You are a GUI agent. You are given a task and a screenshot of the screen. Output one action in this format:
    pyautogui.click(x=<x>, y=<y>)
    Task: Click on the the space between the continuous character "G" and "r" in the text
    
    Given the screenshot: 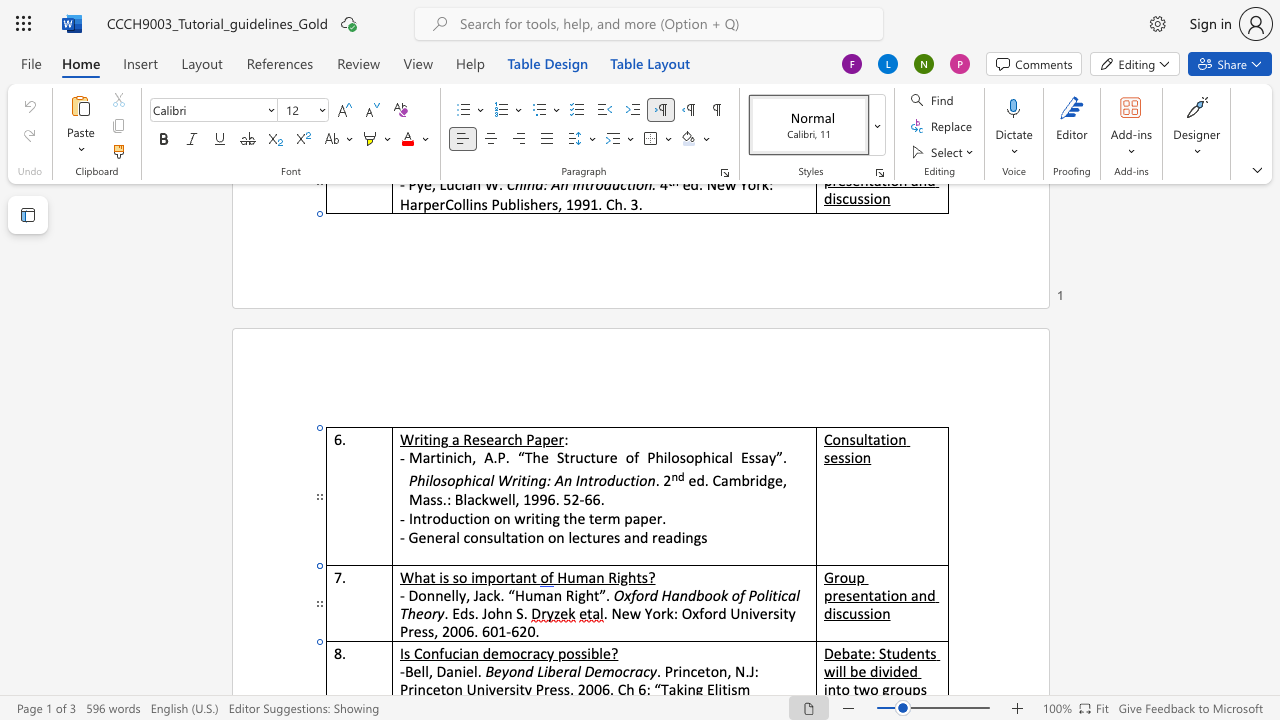 What is the action you would take?
    pyautogui.click(x=833, y=577)
    